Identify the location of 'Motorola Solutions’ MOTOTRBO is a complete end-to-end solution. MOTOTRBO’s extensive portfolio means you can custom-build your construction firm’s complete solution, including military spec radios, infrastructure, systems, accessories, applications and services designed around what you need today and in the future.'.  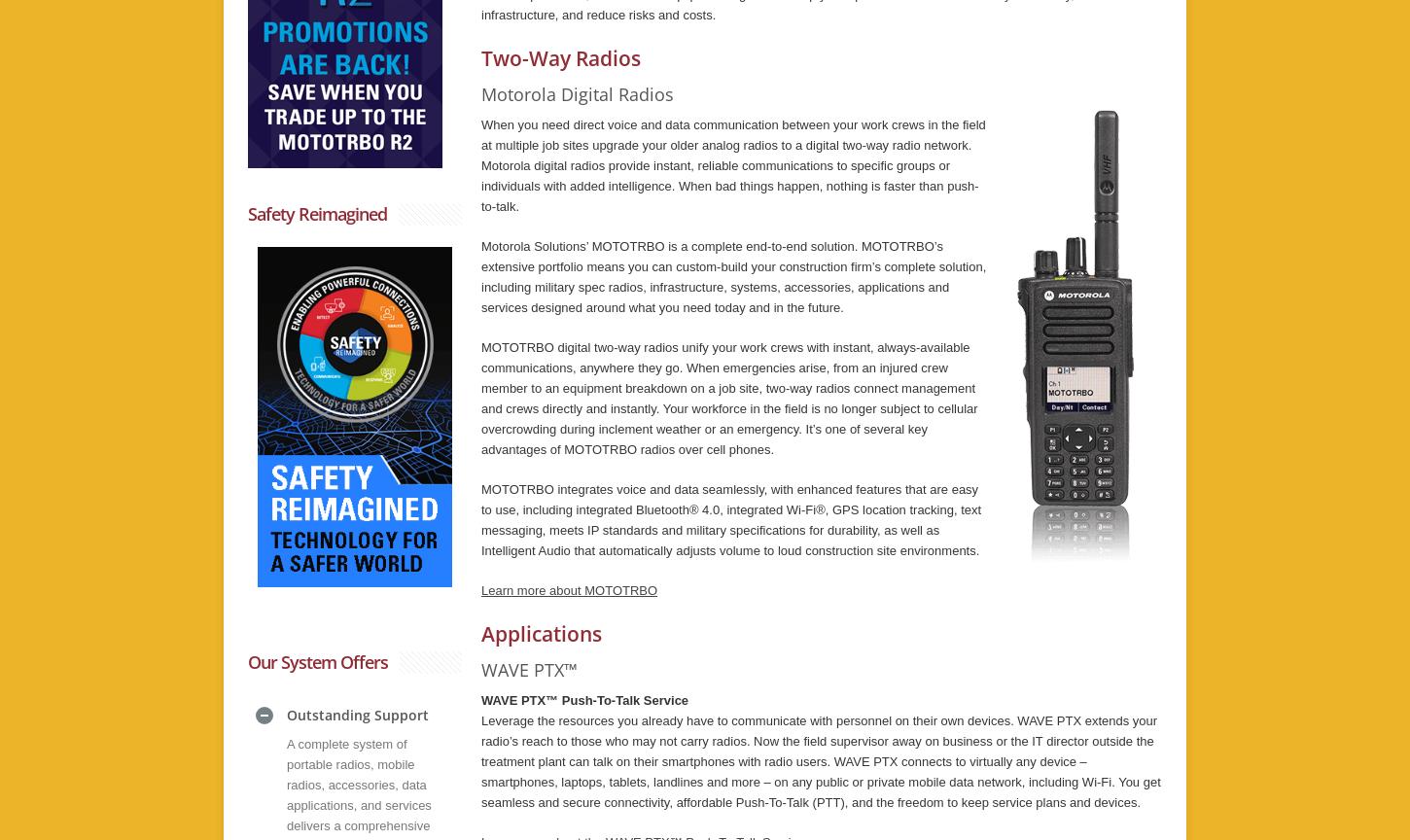
(481, 277).